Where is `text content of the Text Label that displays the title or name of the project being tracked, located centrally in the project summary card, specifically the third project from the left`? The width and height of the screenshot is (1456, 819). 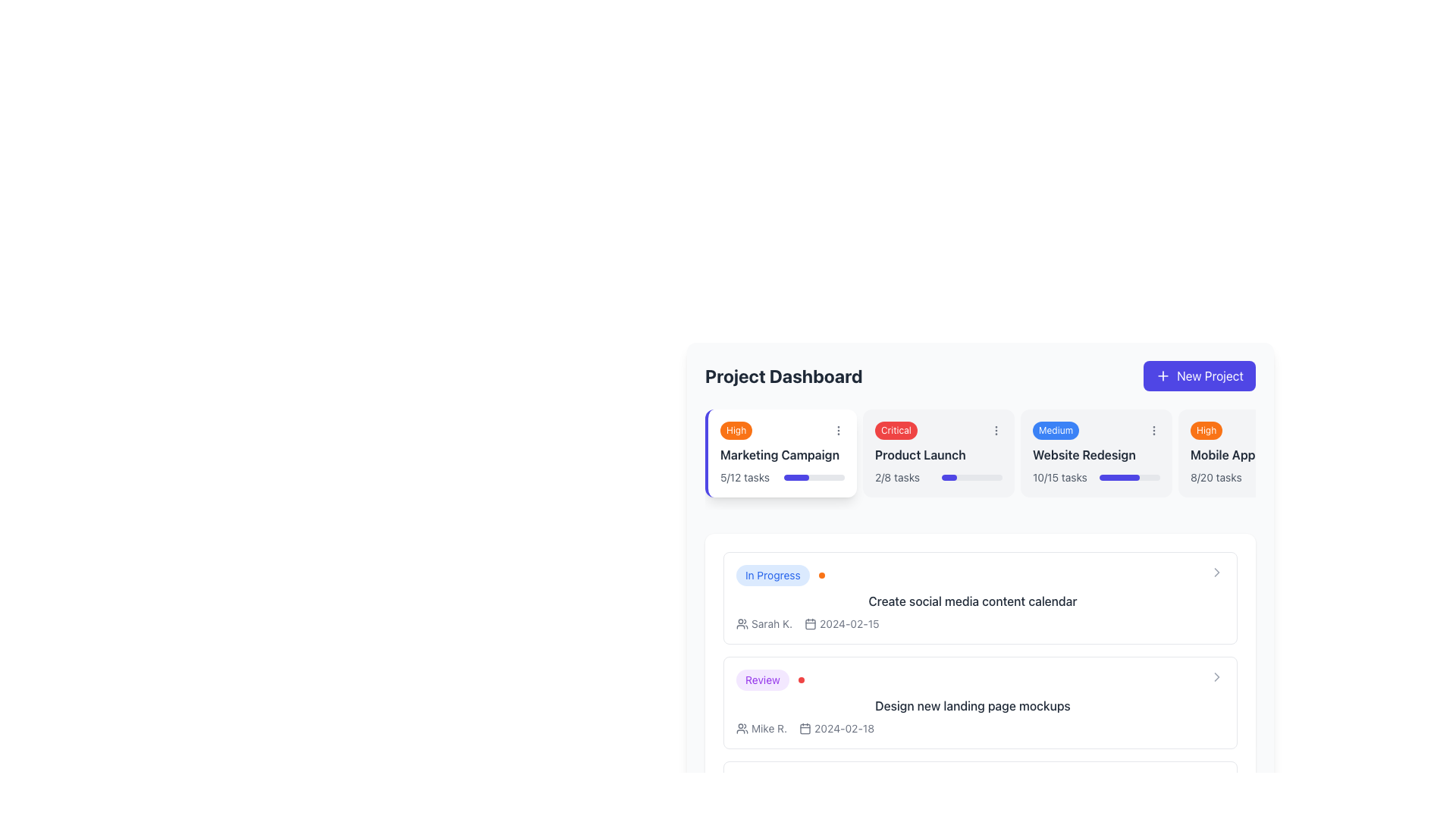
text content of the Text Label that displays the title or name of the project being tracked, located centrally in the project summary card, specifically the third project from the left is located at coordinates (1096, 454).